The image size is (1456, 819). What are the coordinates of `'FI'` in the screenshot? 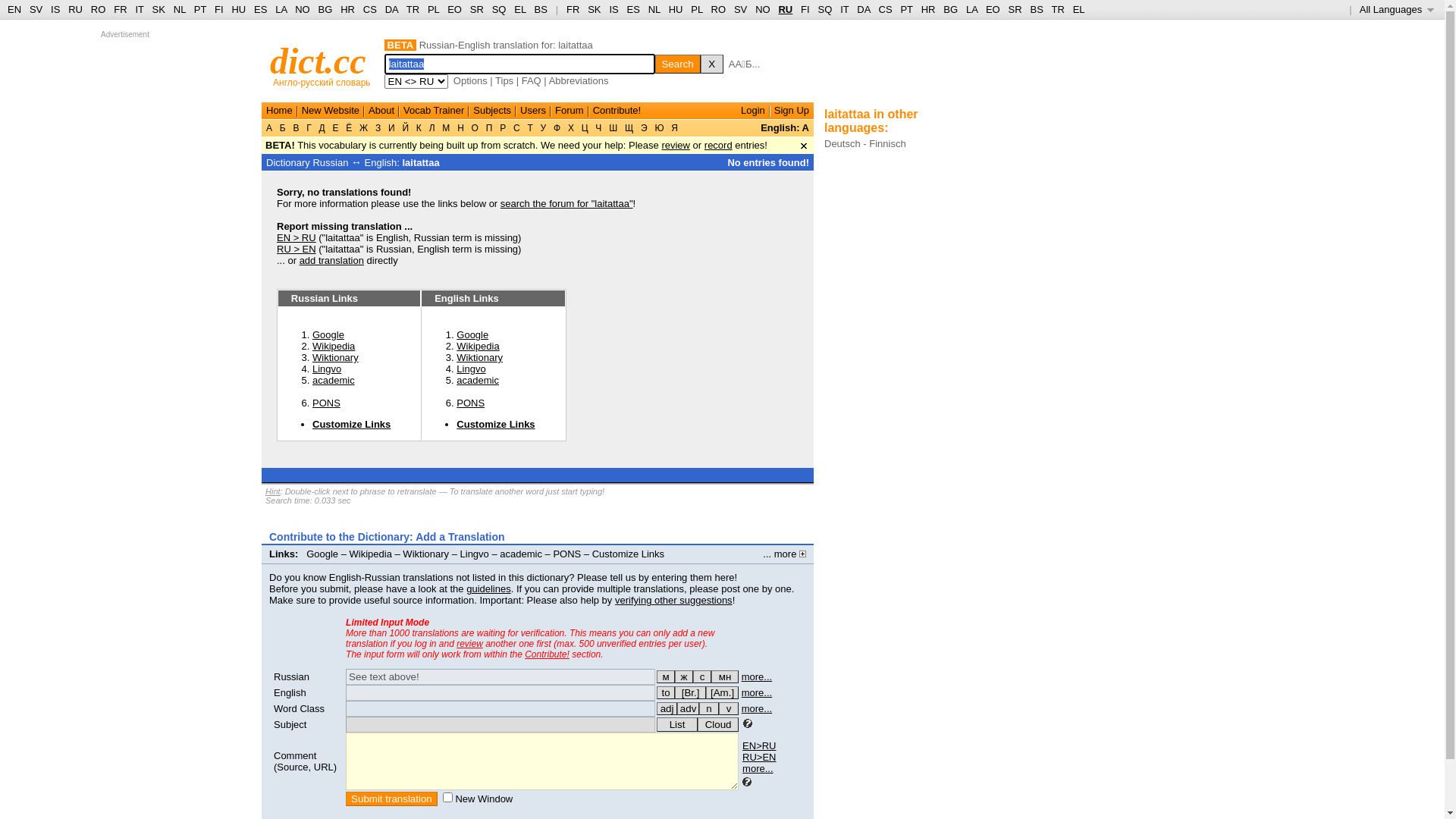 It's located at (804, 9).